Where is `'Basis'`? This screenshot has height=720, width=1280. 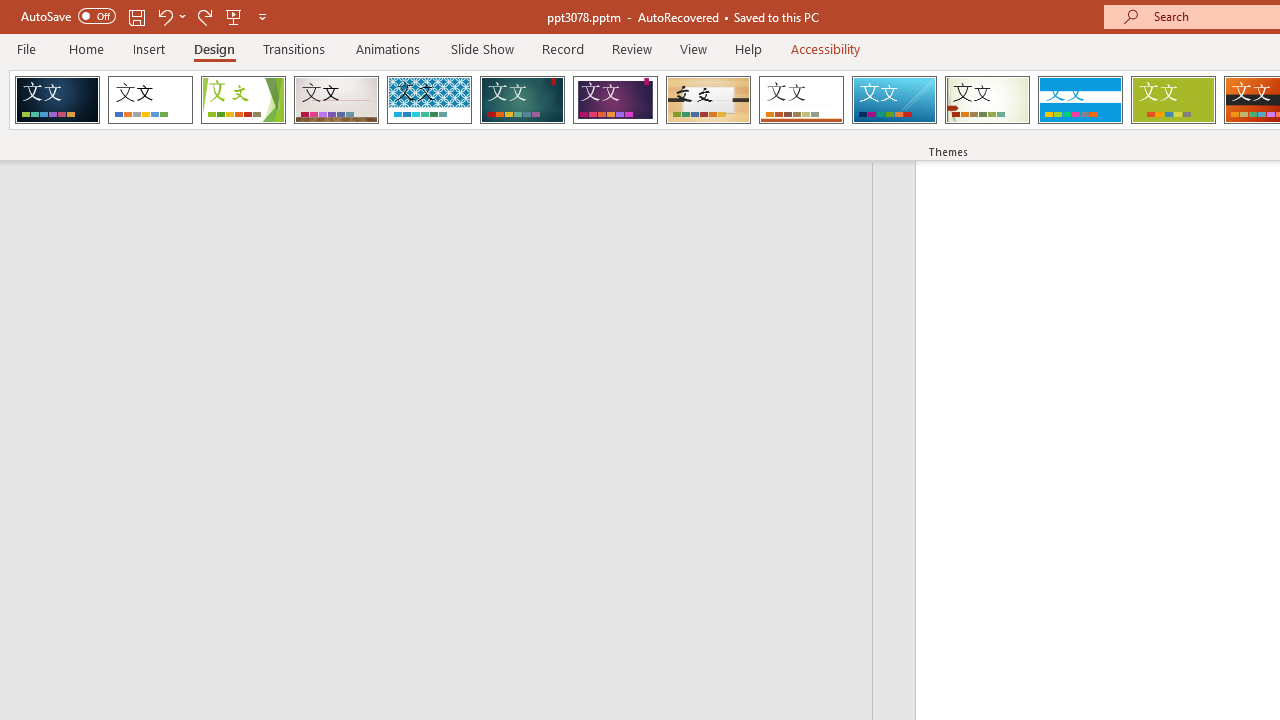 'Basis' is located at coordinates (1173, 100).